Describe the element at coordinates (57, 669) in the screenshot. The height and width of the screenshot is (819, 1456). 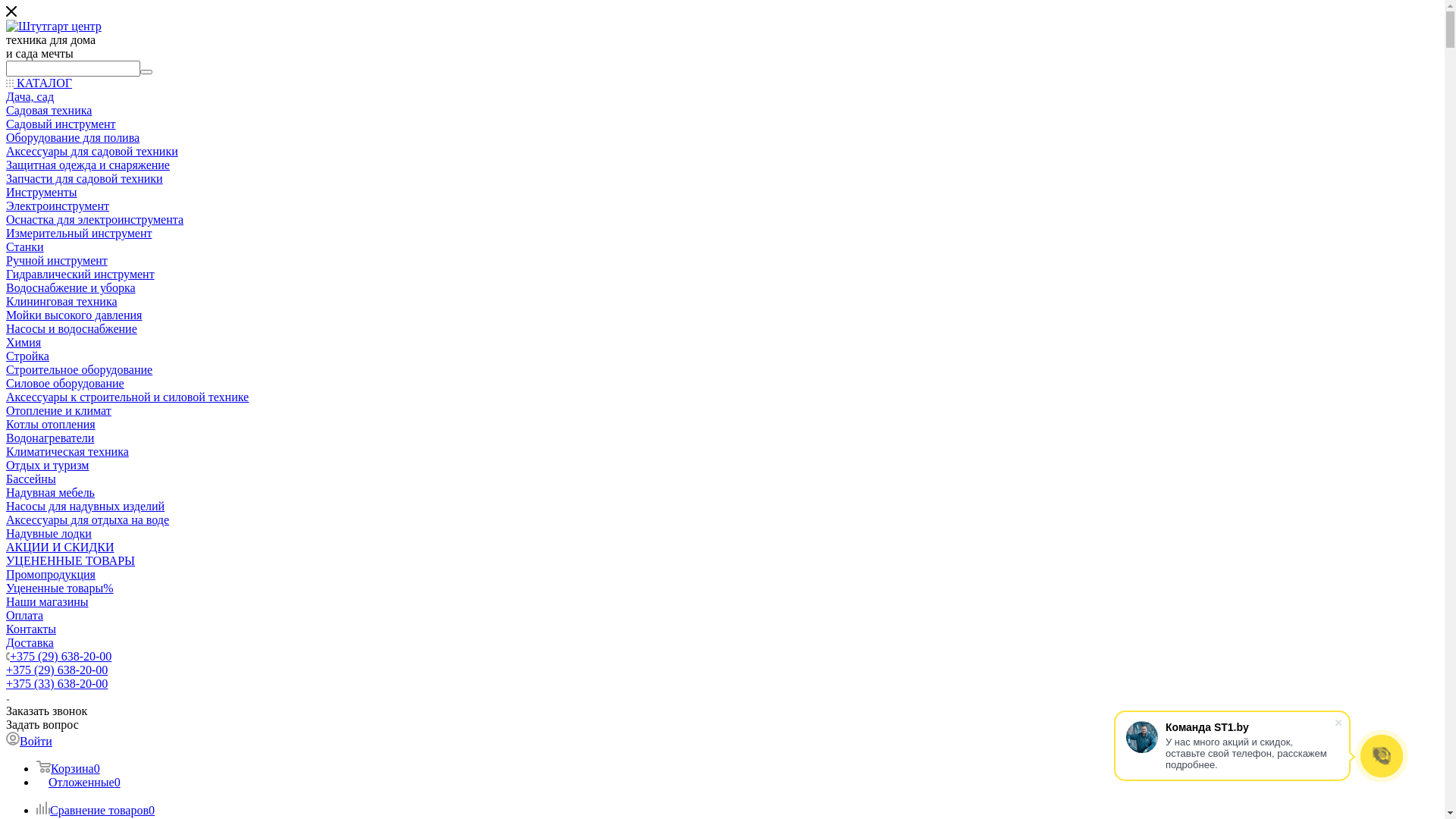
I see `'+375 (29) 638-20-00'` at that location.